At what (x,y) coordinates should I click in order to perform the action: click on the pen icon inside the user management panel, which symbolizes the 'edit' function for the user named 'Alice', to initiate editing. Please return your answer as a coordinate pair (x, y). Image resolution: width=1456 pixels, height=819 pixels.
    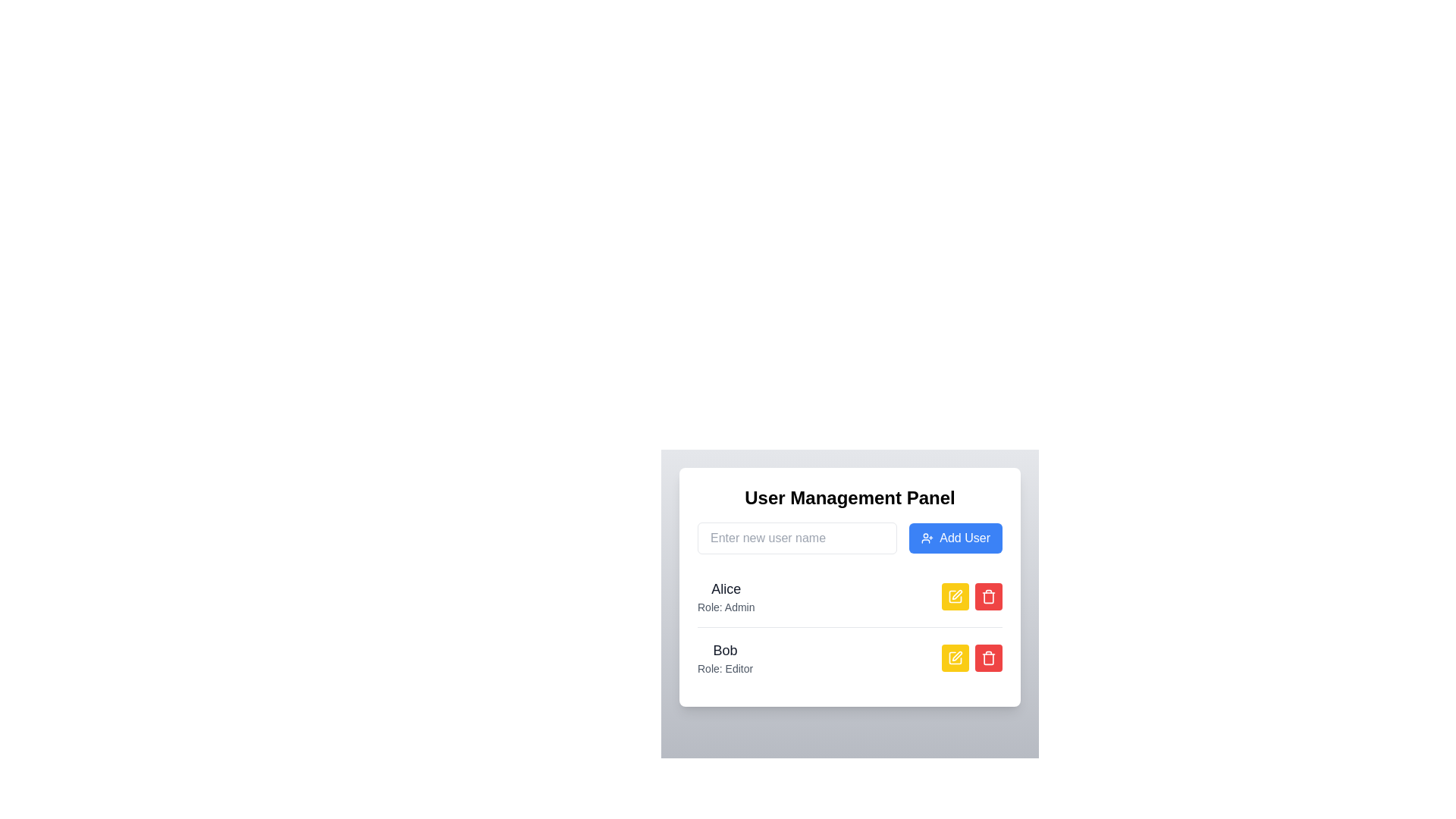
    Looking at the image, I should click on (954, 595).